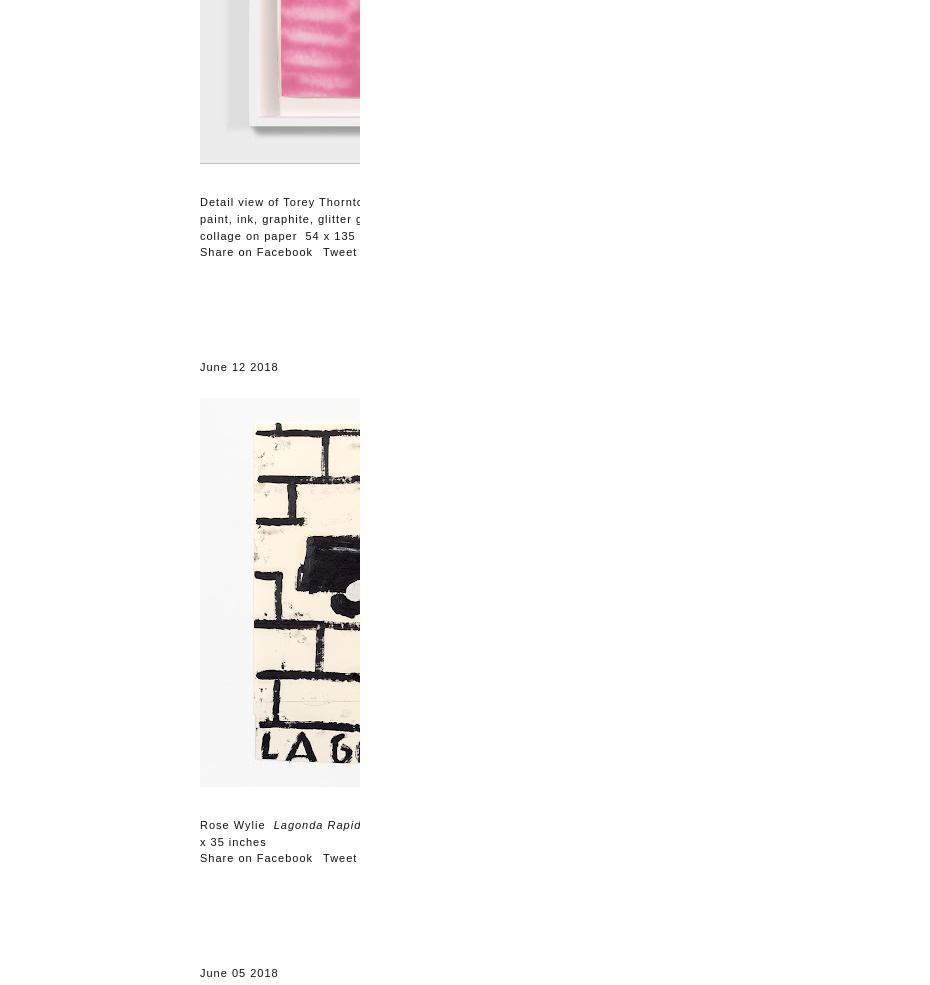  What do you see at coordinates (357, 824) in the screenshot?
I see `'Lagonda Rapida on brick wall'` at bounding box center [357, 824].